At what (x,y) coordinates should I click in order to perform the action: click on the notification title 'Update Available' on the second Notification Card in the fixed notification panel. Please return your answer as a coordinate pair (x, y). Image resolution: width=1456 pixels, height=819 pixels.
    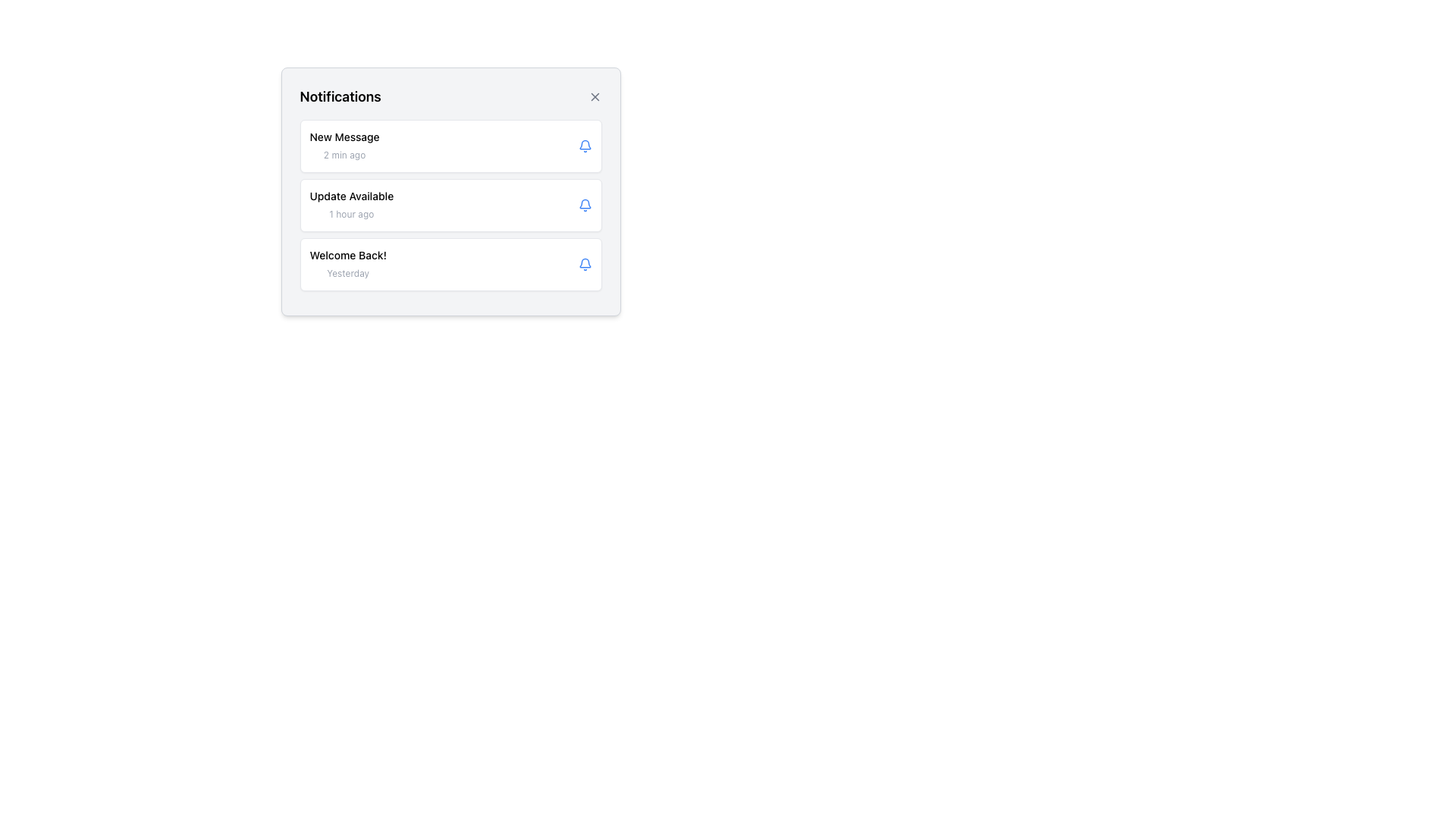
    Looking at the image, I should click on (450, 191).